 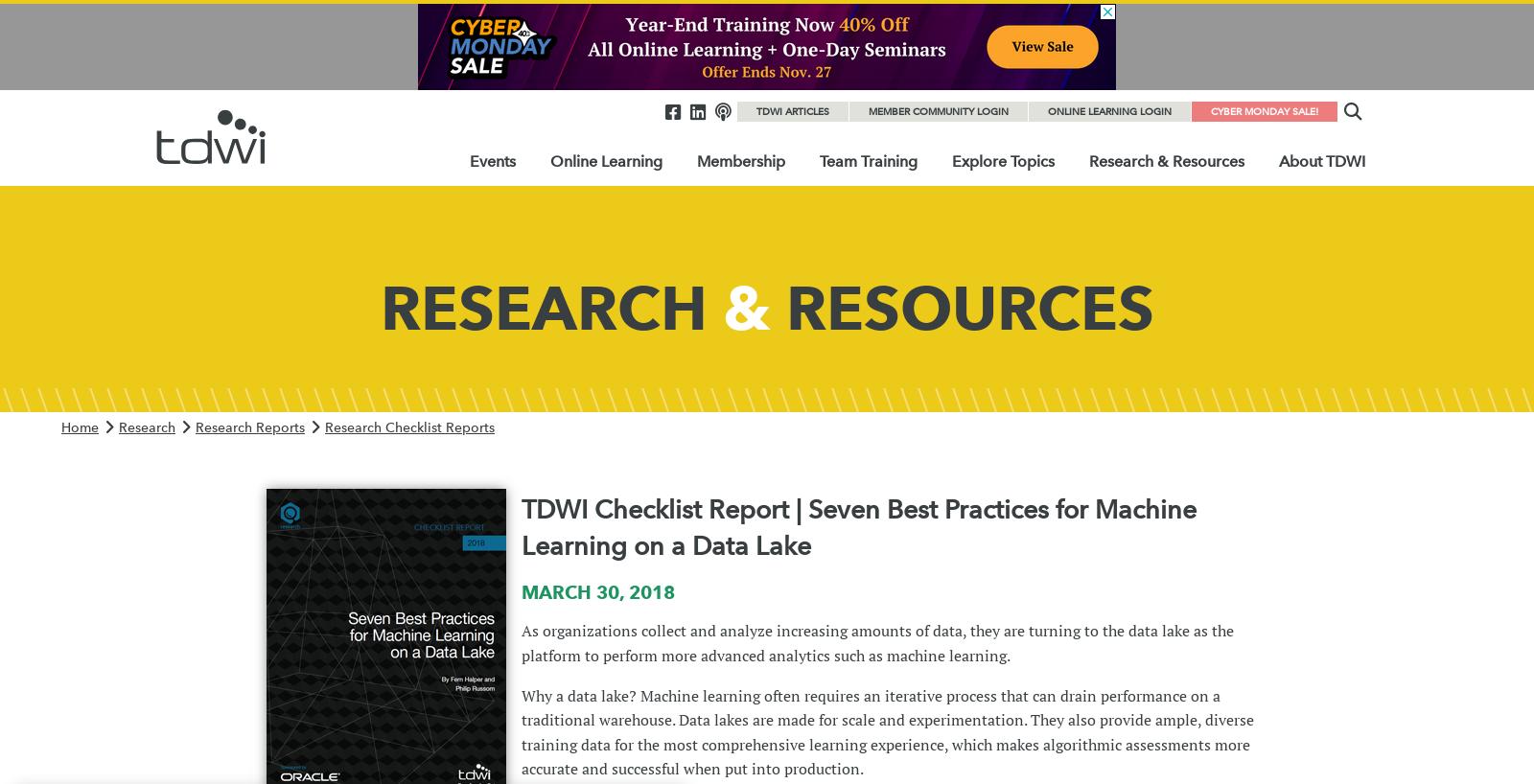 I want to click on 'Instructors', so click(x=822, y=311).